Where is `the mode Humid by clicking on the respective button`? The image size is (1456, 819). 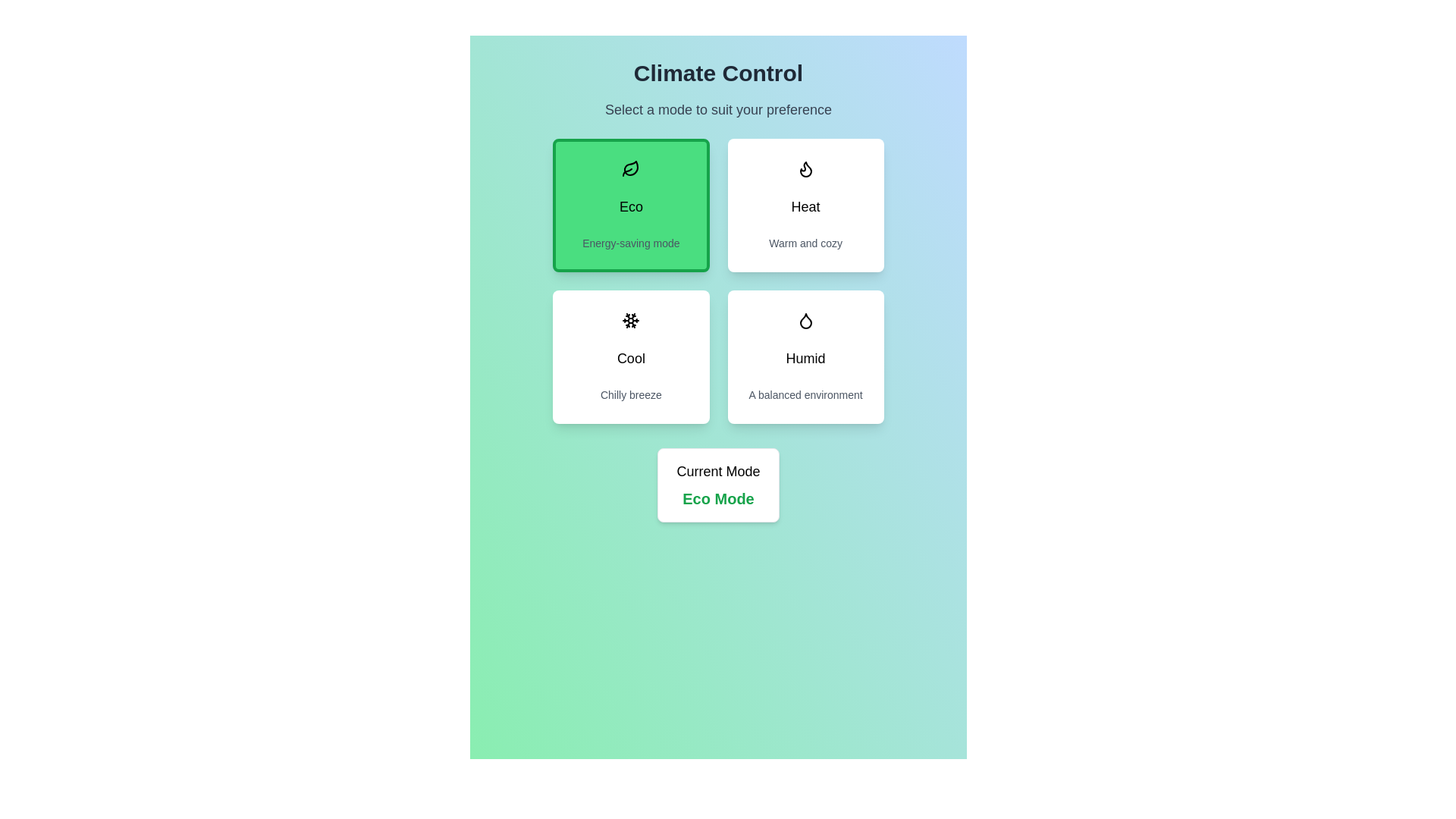
the mode Humid by clicking on the respective button is located at coordinates (805, 356).